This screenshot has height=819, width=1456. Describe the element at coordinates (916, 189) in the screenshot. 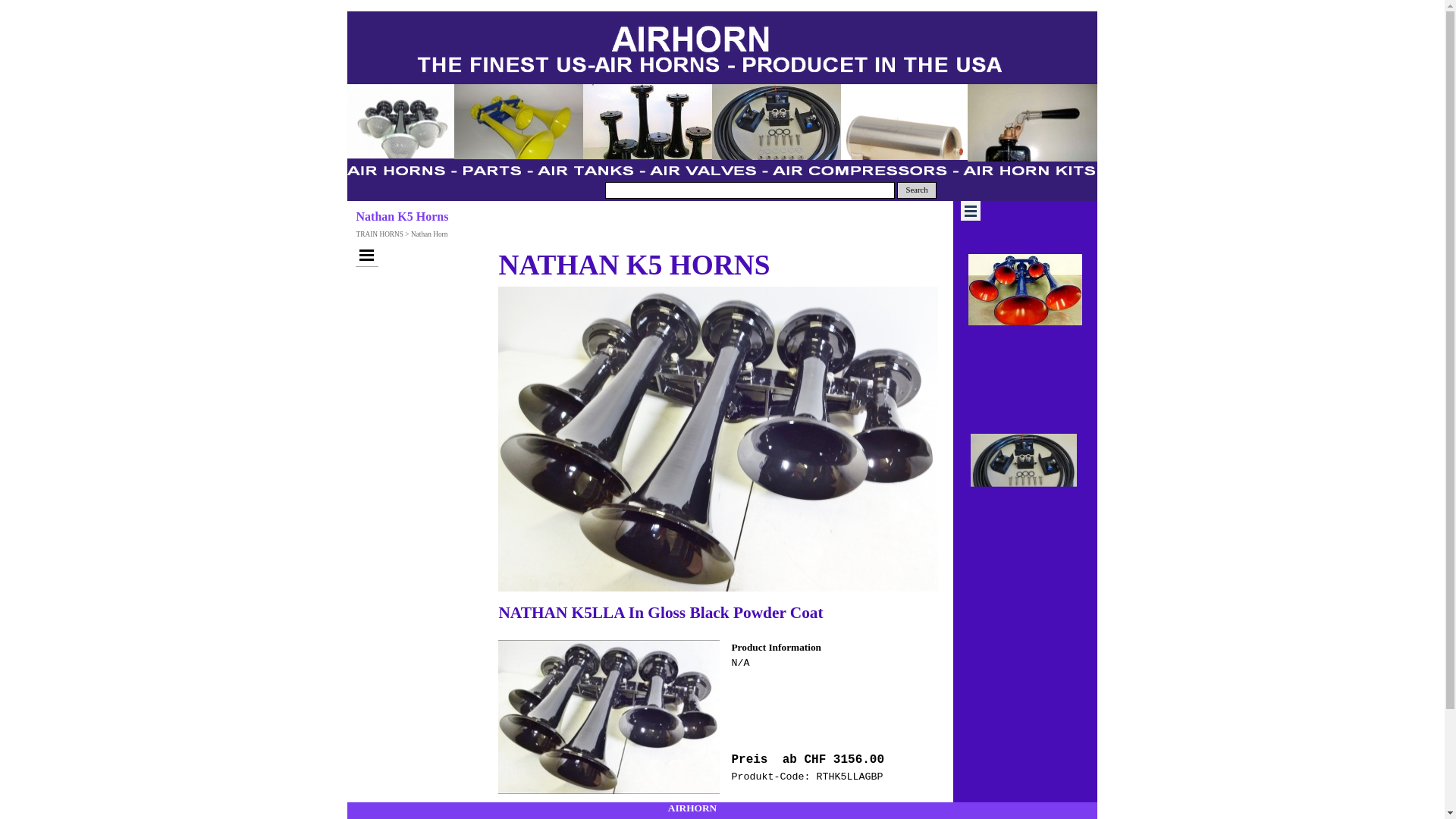

I see `'Search'` at that location.